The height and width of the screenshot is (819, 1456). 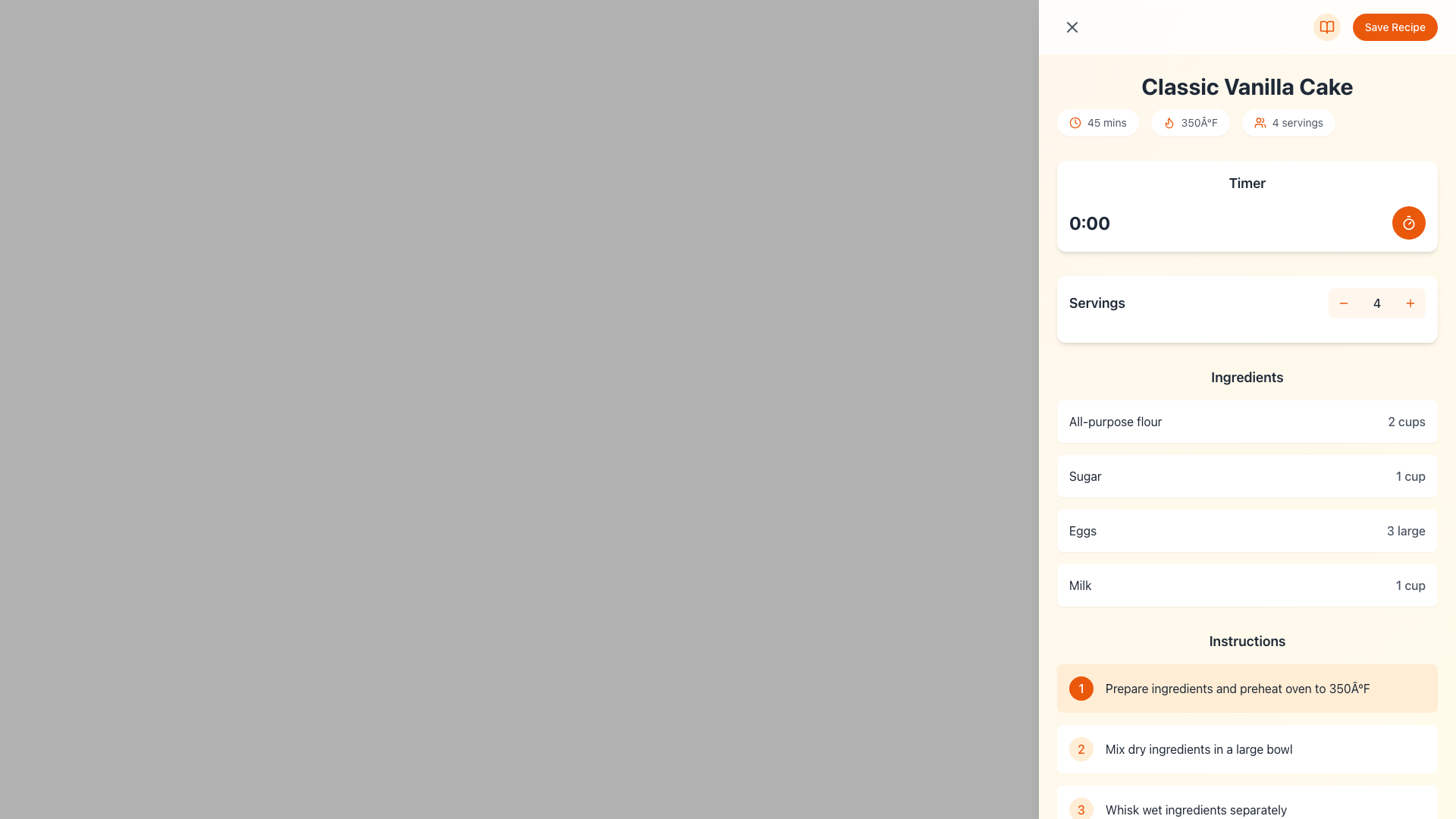 I want to click on the circular button with a bright orange background and a white stopwatch icon, located, so click(x=1407, y=222).